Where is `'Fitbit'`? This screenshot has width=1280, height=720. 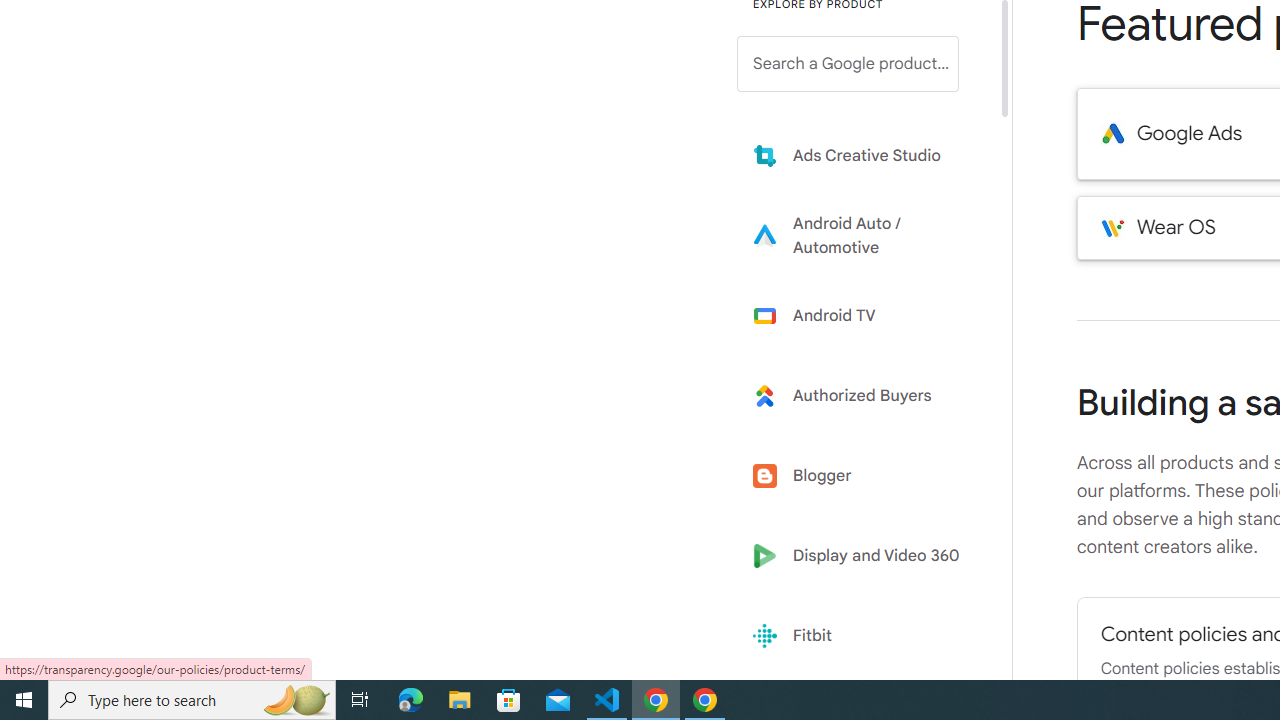 'Fitbit' is located at coordinates (862, 636).